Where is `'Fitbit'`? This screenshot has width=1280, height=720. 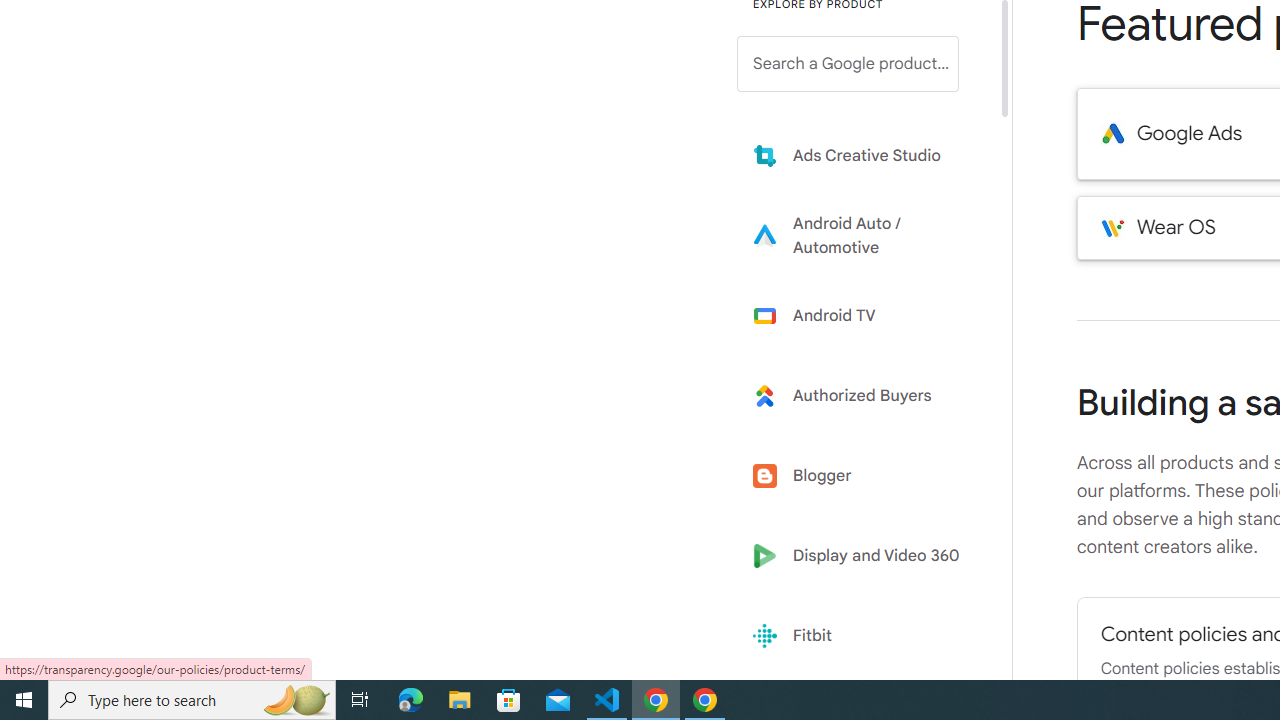 'Fitbit' is located at coordinates (862, 636).